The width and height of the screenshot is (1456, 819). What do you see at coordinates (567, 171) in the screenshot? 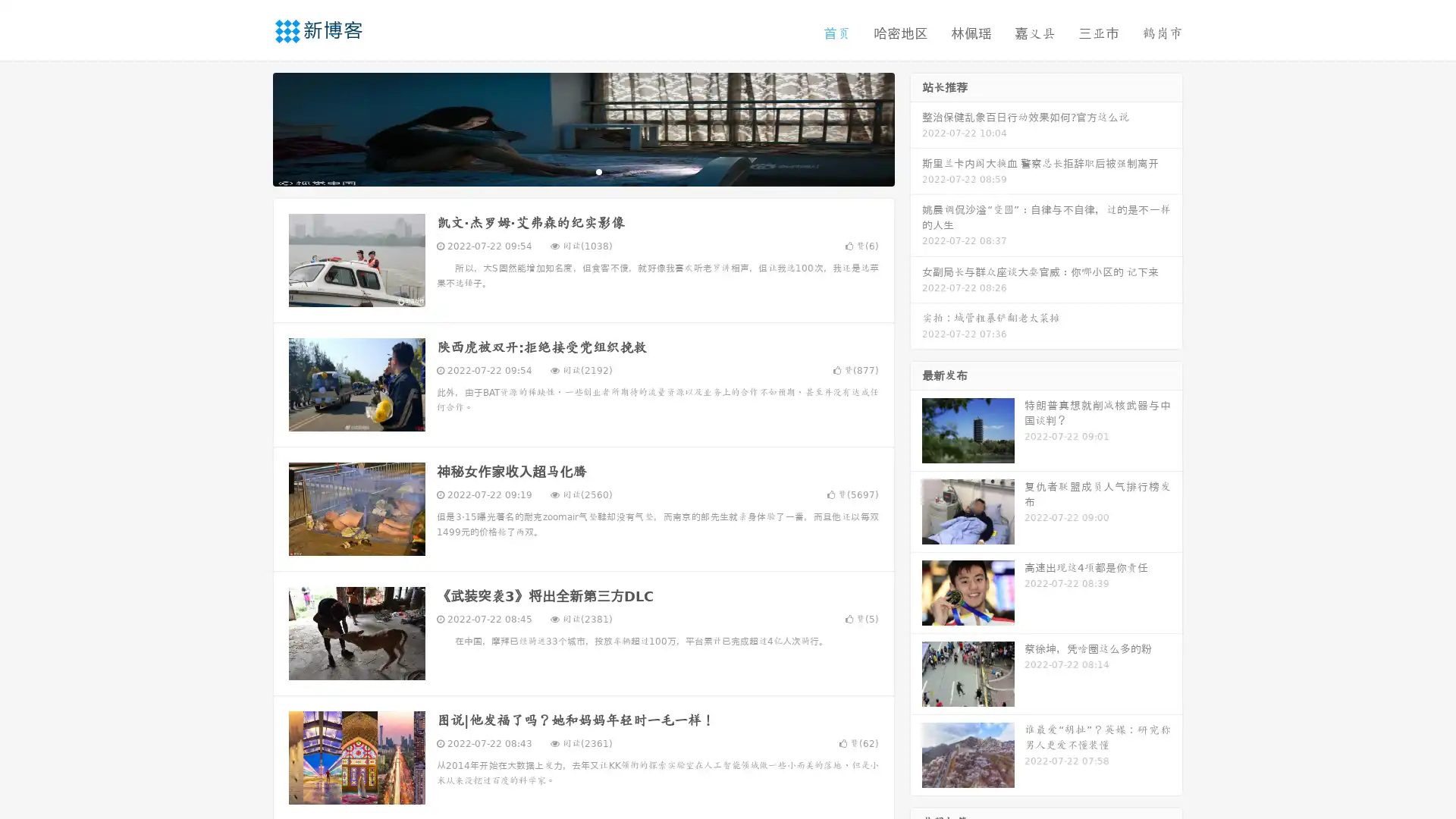
I see `Go to slide 1` at bounding box center [567, 171].